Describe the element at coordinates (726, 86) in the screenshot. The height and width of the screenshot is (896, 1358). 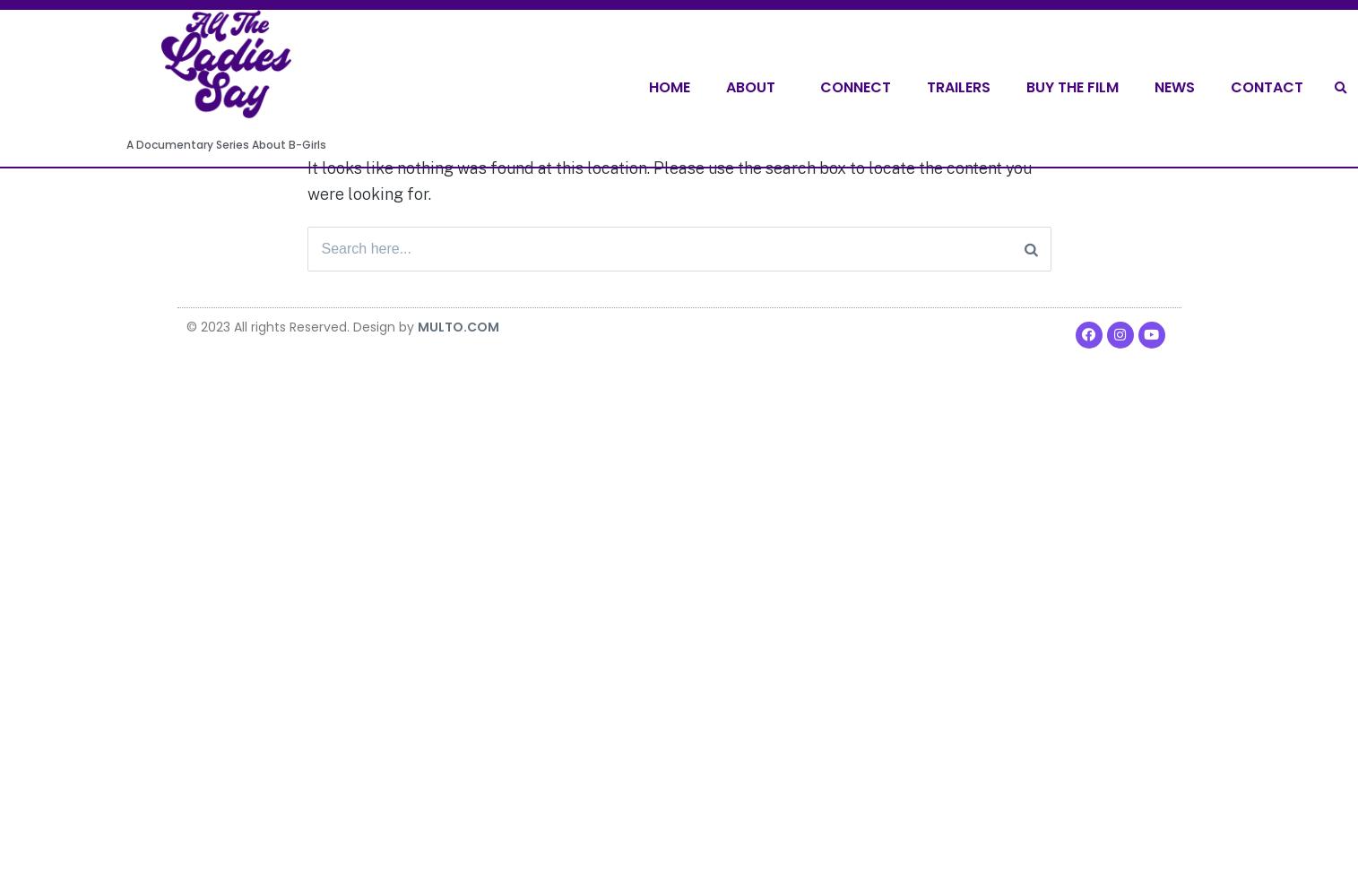
I see `'About'` at that location.